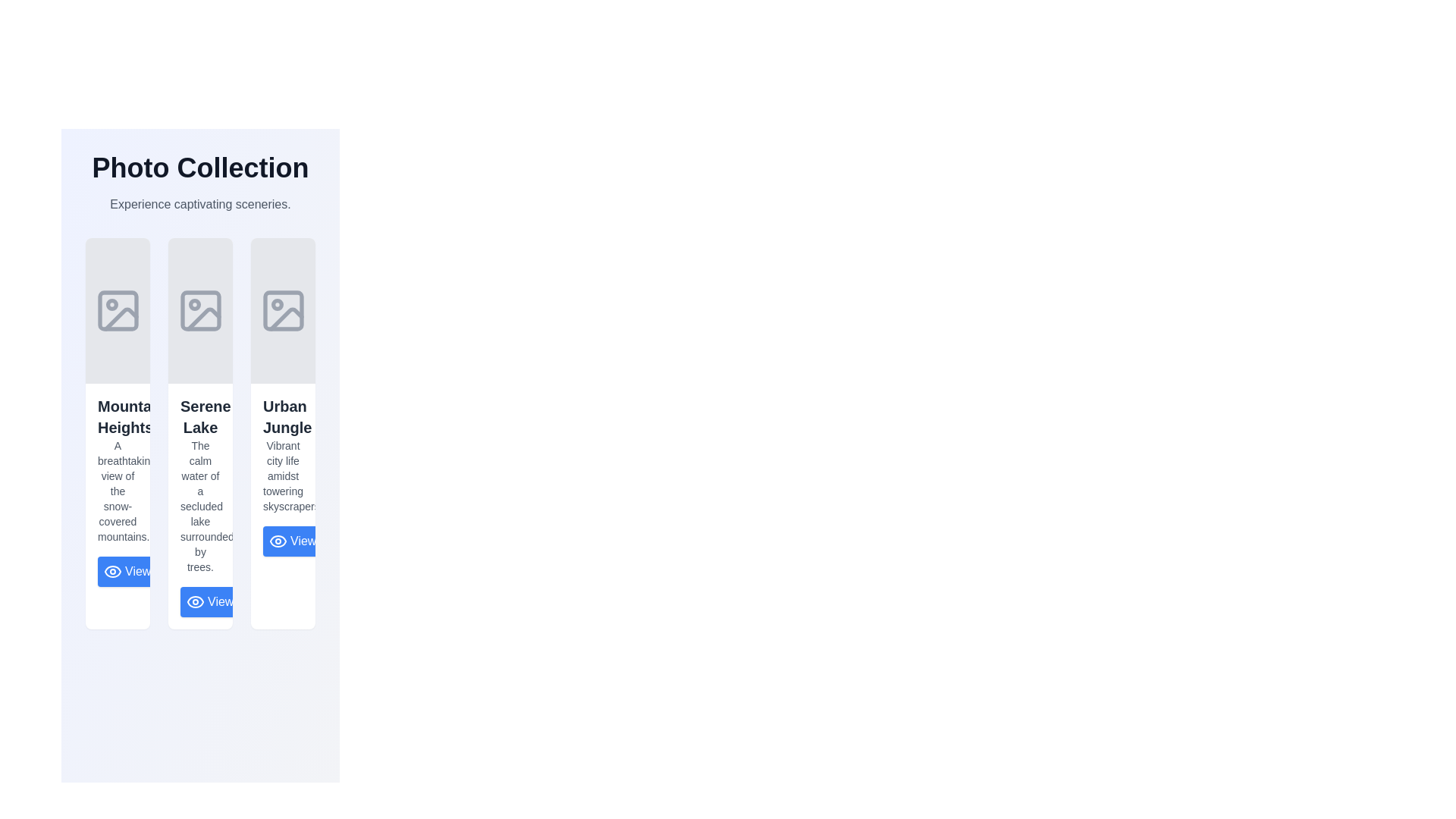 The width and height of the screenshot is (1456, 819). What do you see at coordinates (283, 309) in the screenshot?
I see `the decorative icon representing the 'Urban Jungle' category, located in the top section of the third panel` at bounding box center [283, 309].